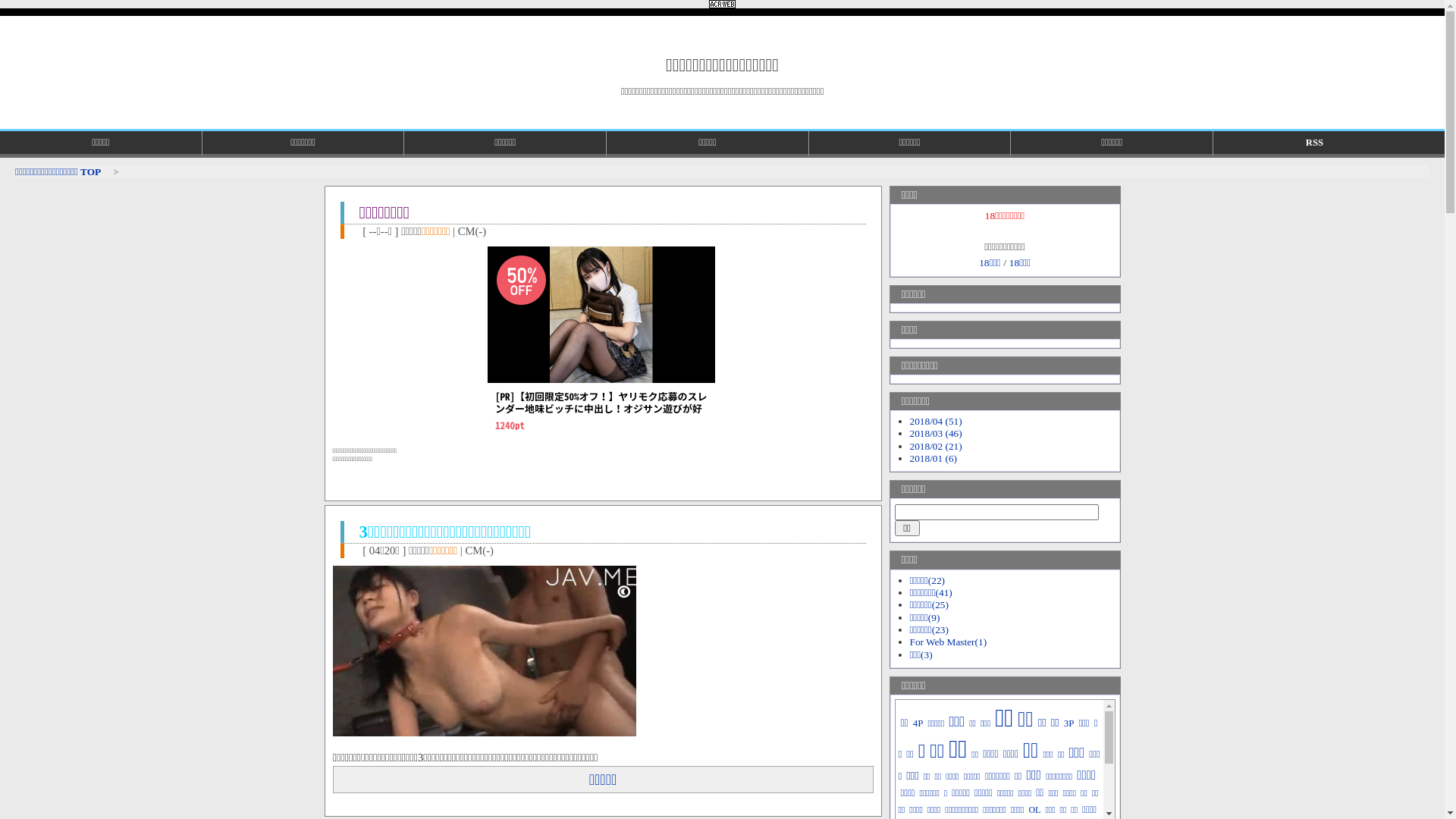 The width and height of the screenshot is (1456, 819). Describe the element at coordinates (935, 445) in the screenshot. I see `'2018/02 (21)'` at that location.